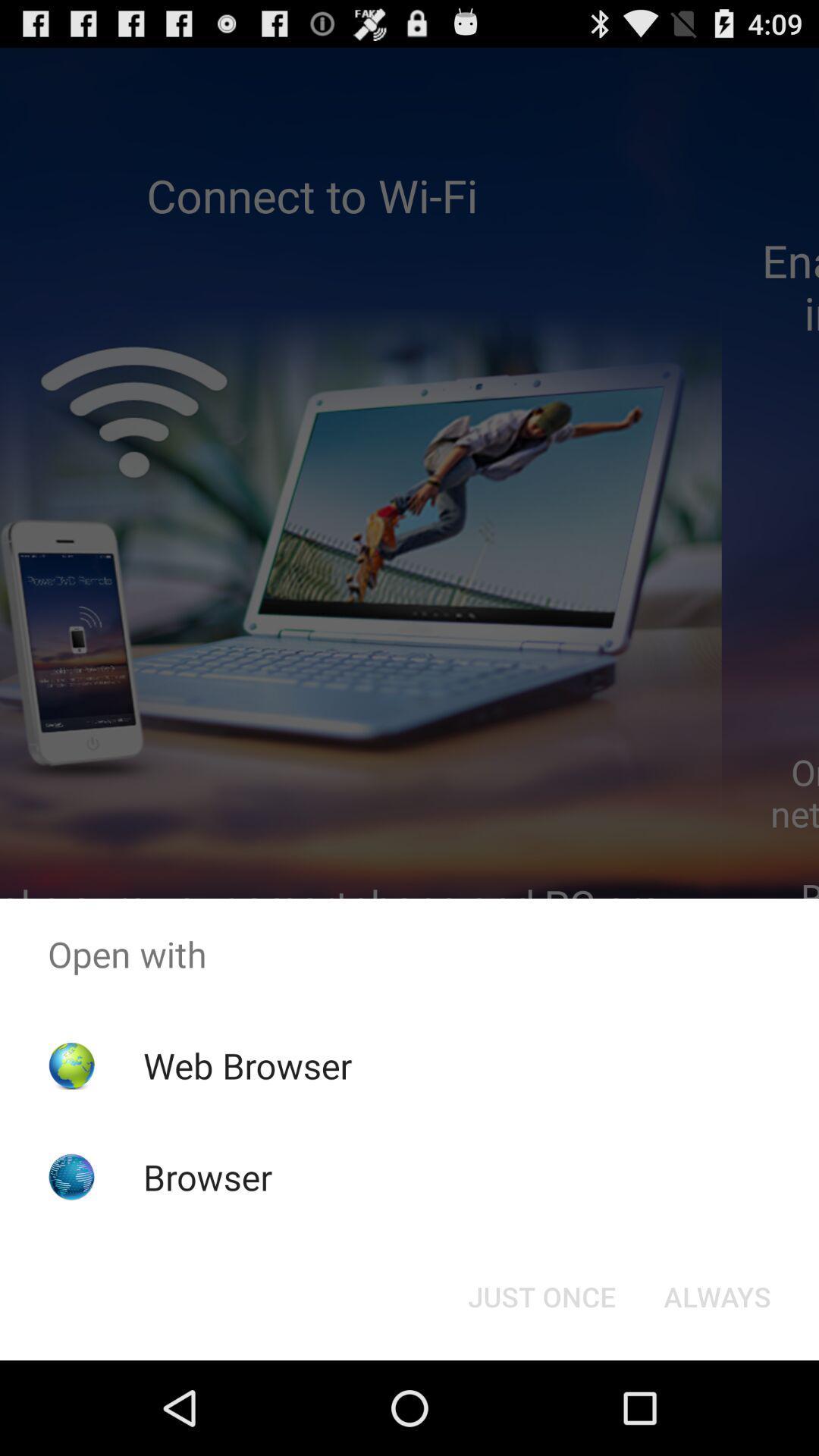 The width and height of the screenshot is (819, 1456). What do you see at coordinates (541, 1295) in the screenshot?
I see `the just once button` at bounding box center [541, 1295].